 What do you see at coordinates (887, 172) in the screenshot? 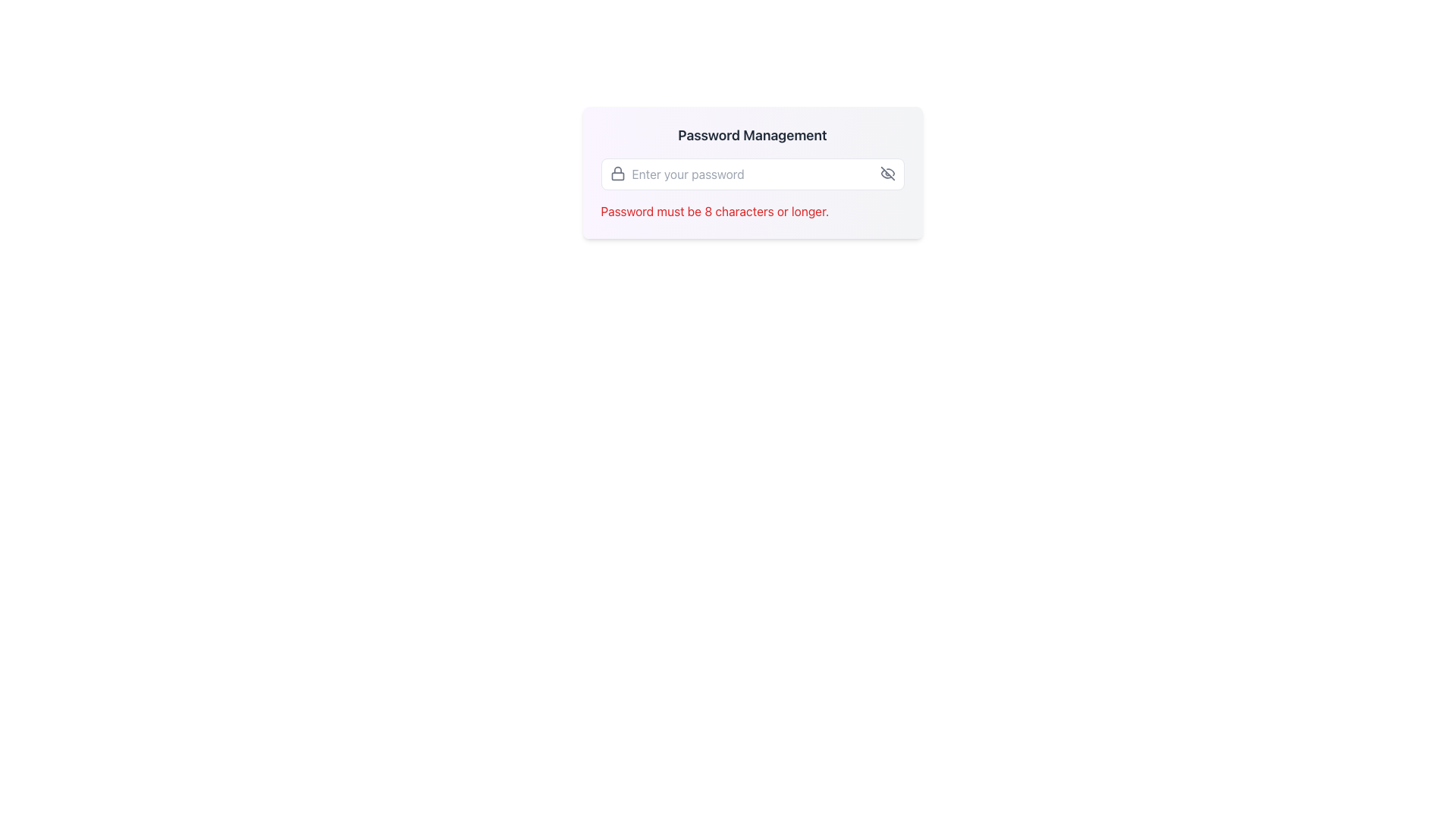
I see `the visibility toggle icon resembling an 'eye with a slash' within the password input field` at bounding box center [887, 172].